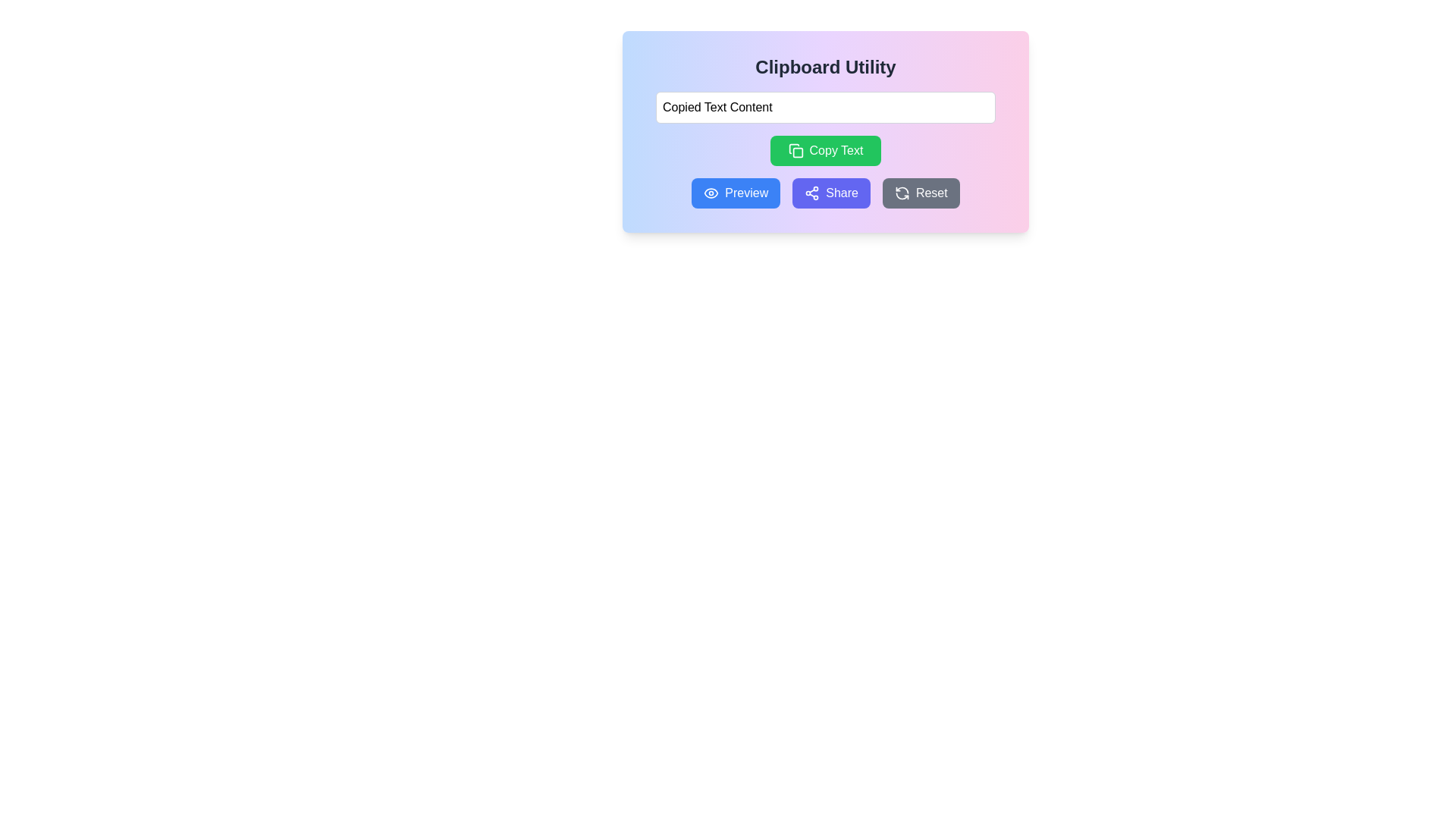 The height and width of the screenshot is (819, 1456). Describe the element at coordinates (796, 152) in the screenshot. I see `the green rectangle with rounded corners that is part of the 'Copy Text' button, positioned in the center area of the interface` at that location.